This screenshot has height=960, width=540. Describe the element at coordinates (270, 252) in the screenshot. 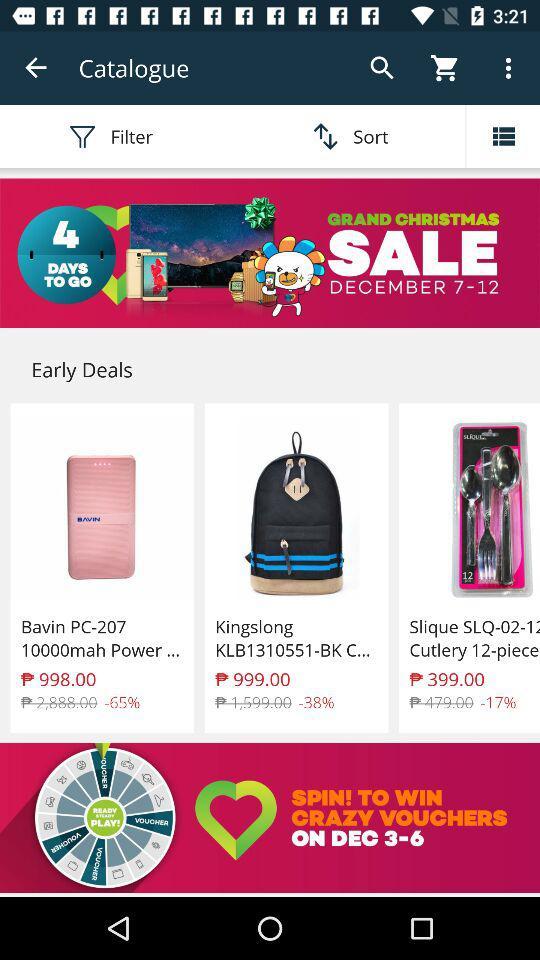

I see `shop sale` at that location.